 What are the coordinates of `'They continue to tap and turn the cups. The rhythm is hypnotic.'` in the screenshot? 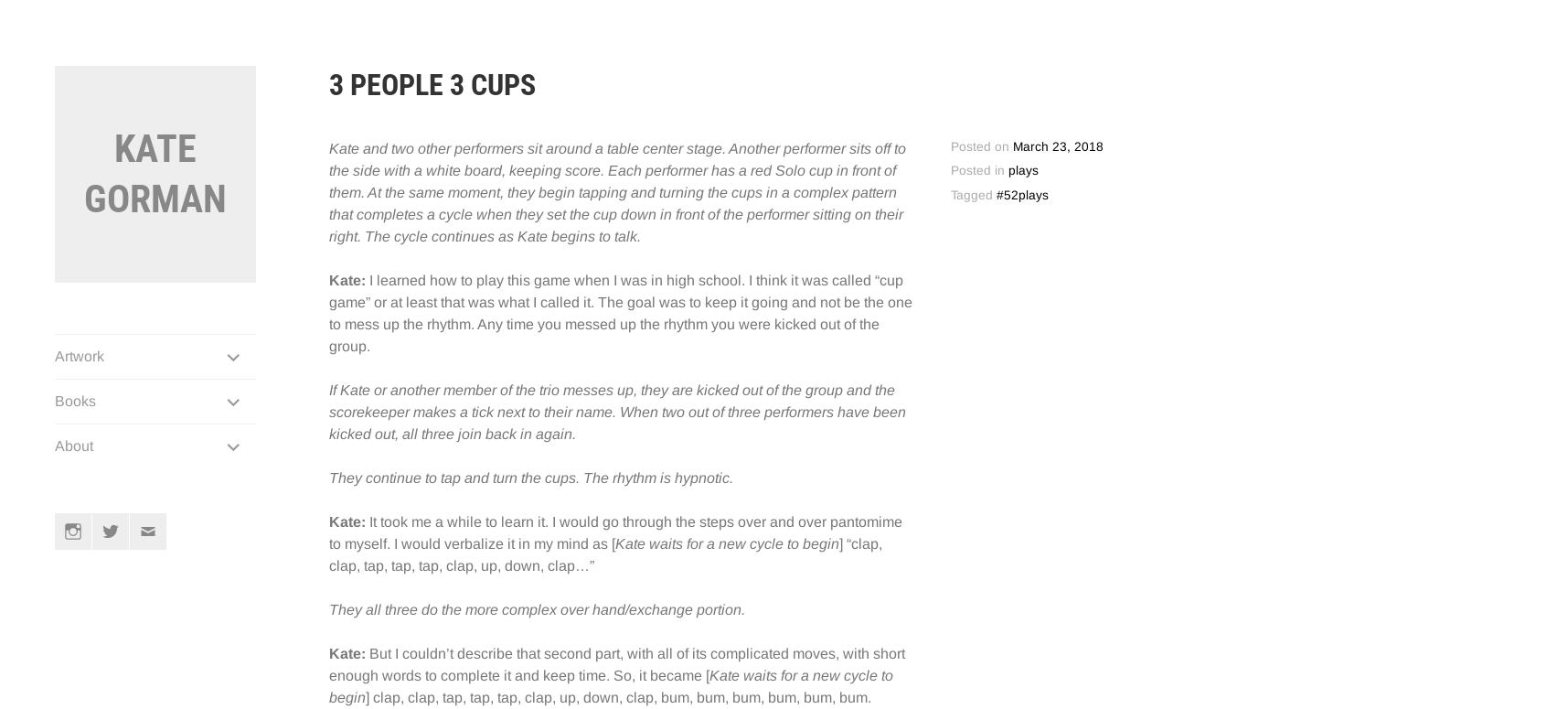 It's located at (530, 477).